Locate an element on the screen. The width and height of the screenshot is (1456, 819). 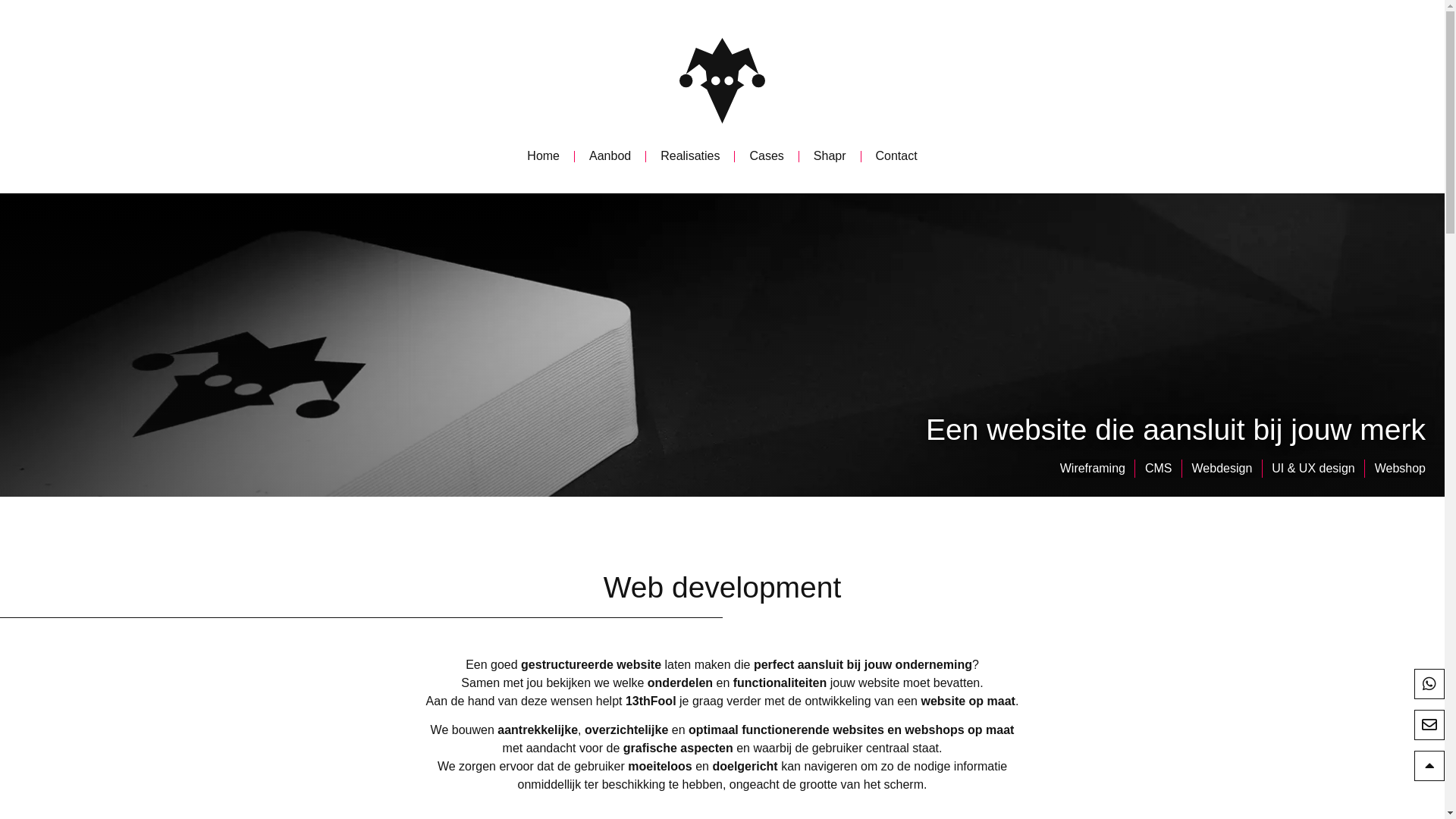
'grafische aspecten' is located at coordinates (677, 747).